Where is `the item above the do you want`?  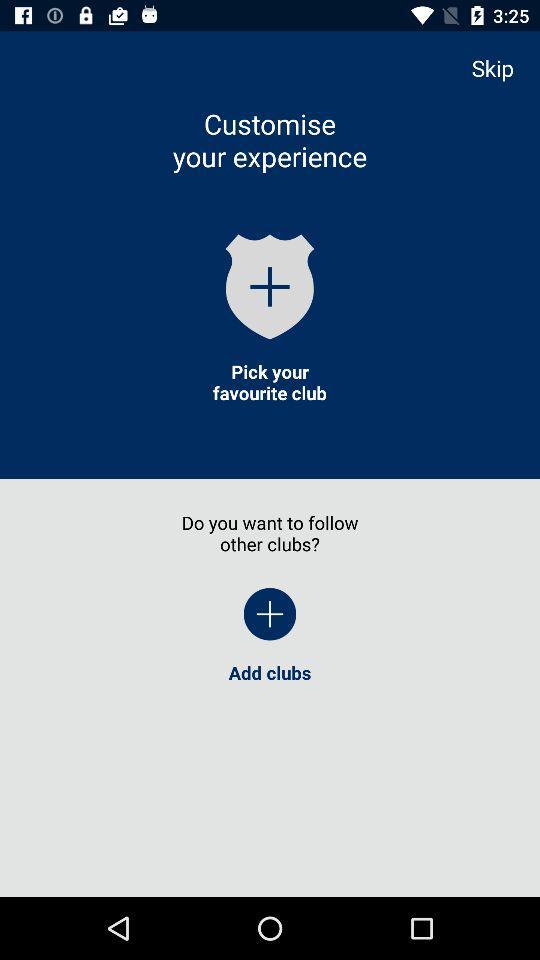
the item above the do you want is located at coordinates (270, 381).